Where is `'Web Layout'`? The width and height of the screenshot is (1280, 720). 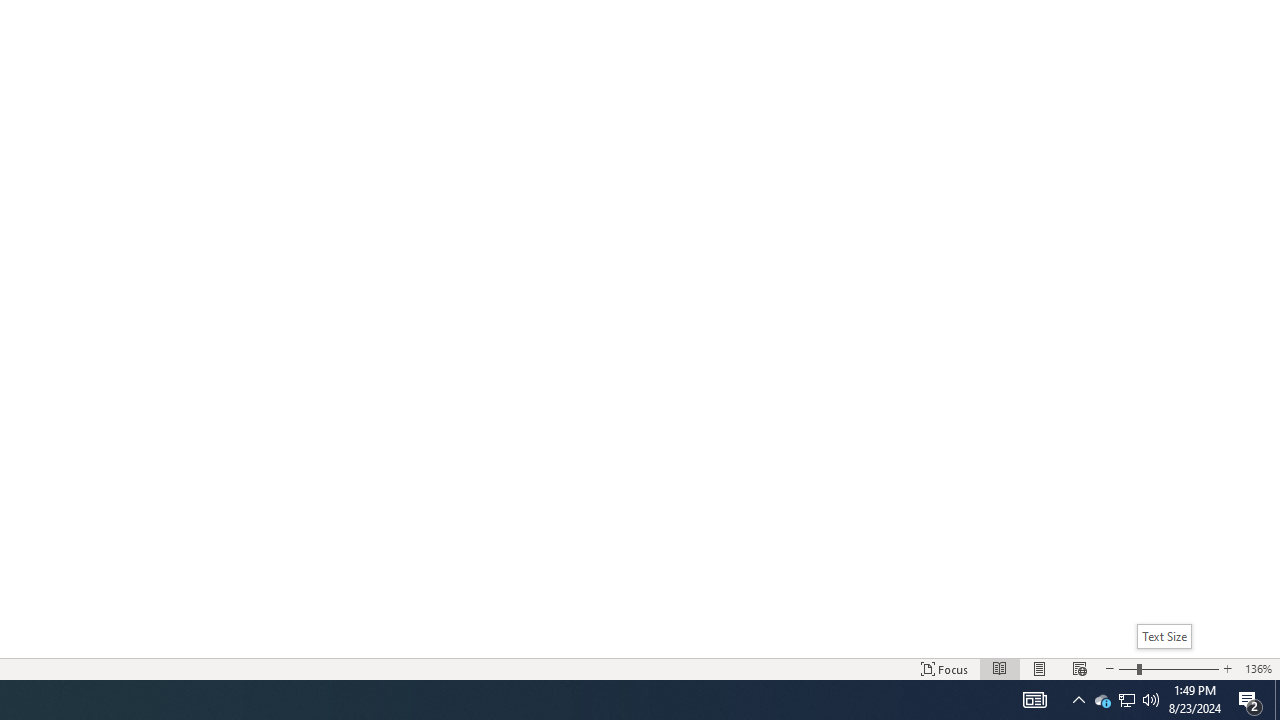
'Web Layout' is located at coordinates (1078, 669).